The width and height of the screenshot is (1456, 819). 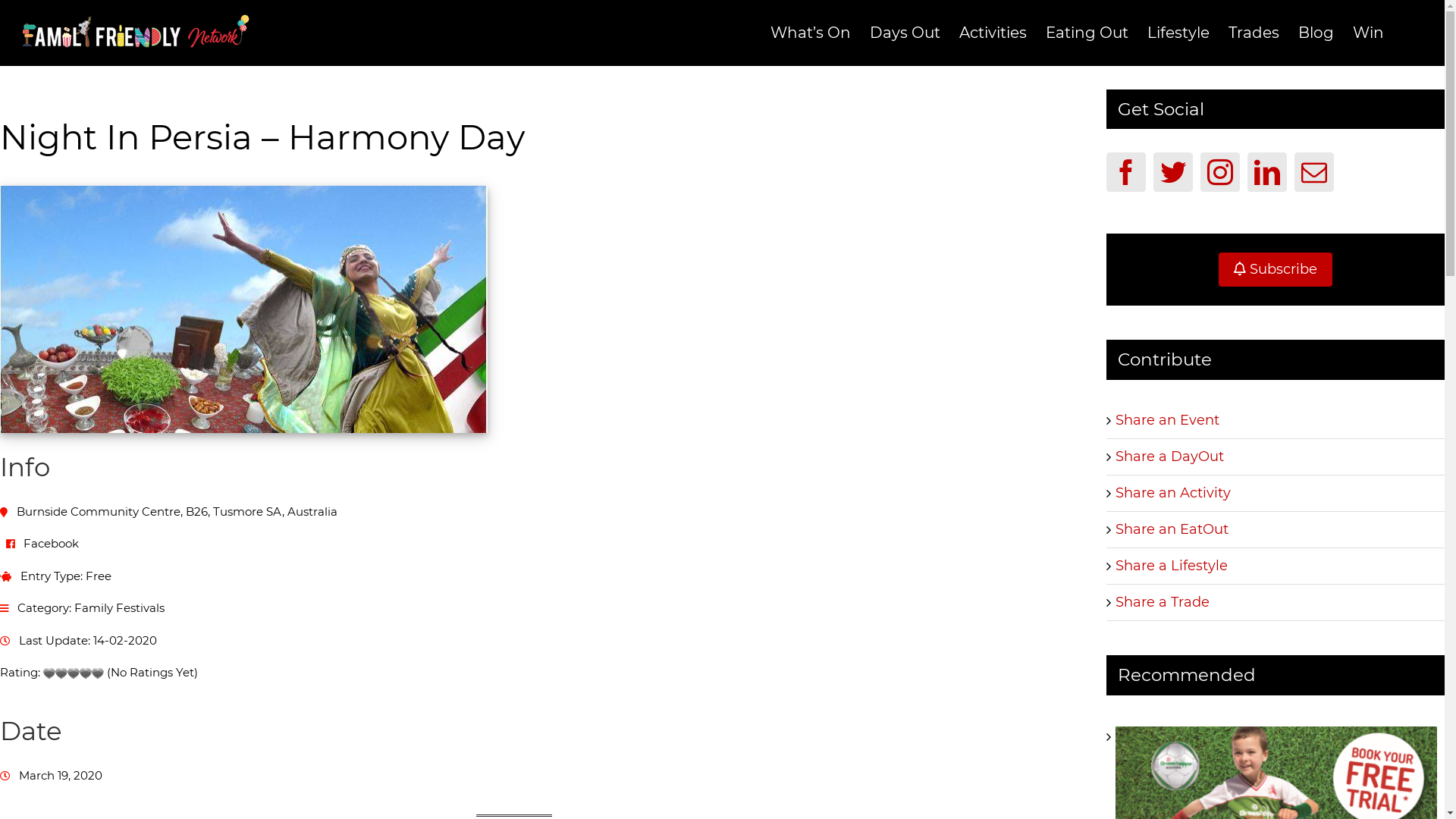 What do you see at coordinates (1313, 171) in the screenshot?
I see `'Mail'` at bounding box center [1313, 171].